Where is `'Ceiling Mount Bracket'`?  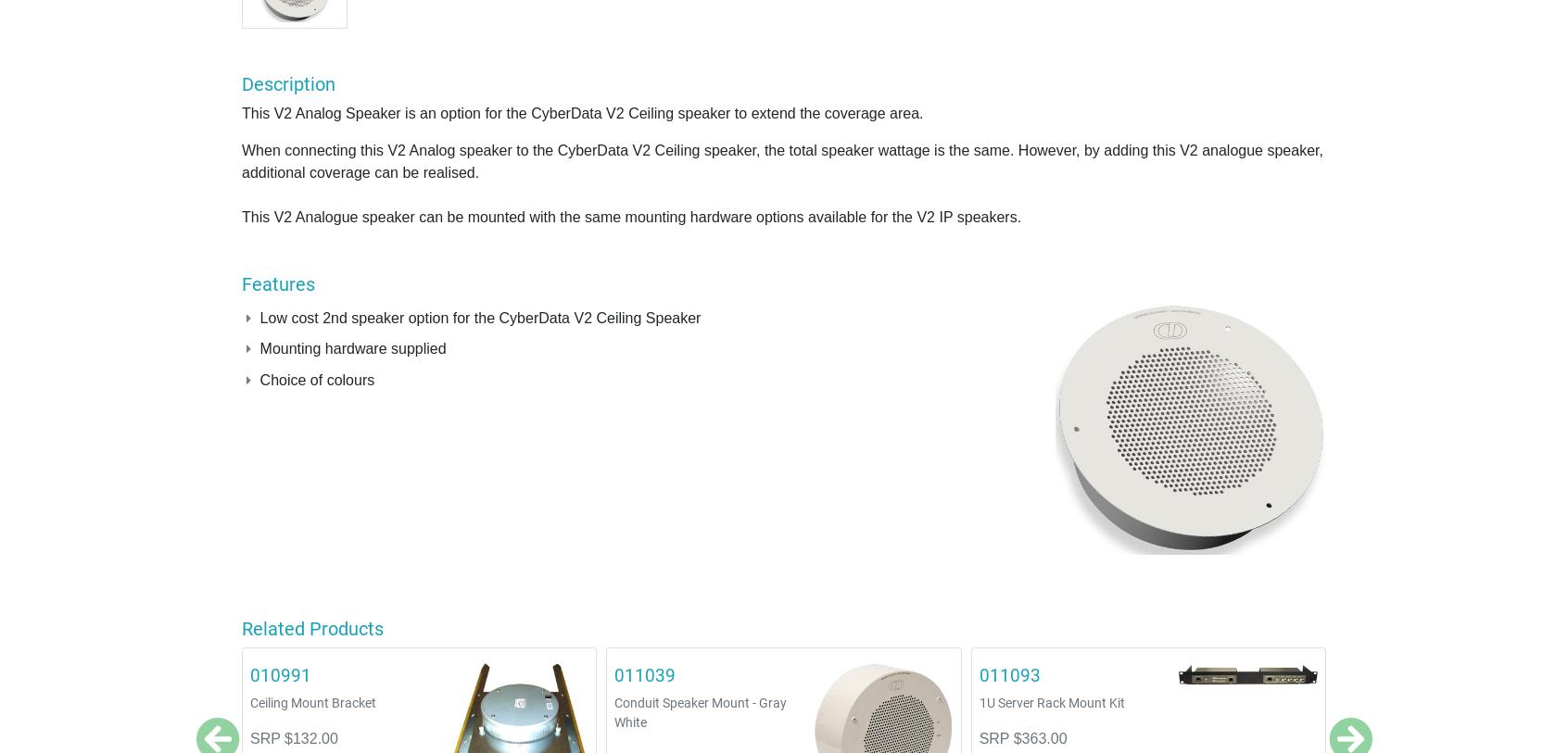
'Ceiling Mount Bracket' is located at coordinates (311, 702).